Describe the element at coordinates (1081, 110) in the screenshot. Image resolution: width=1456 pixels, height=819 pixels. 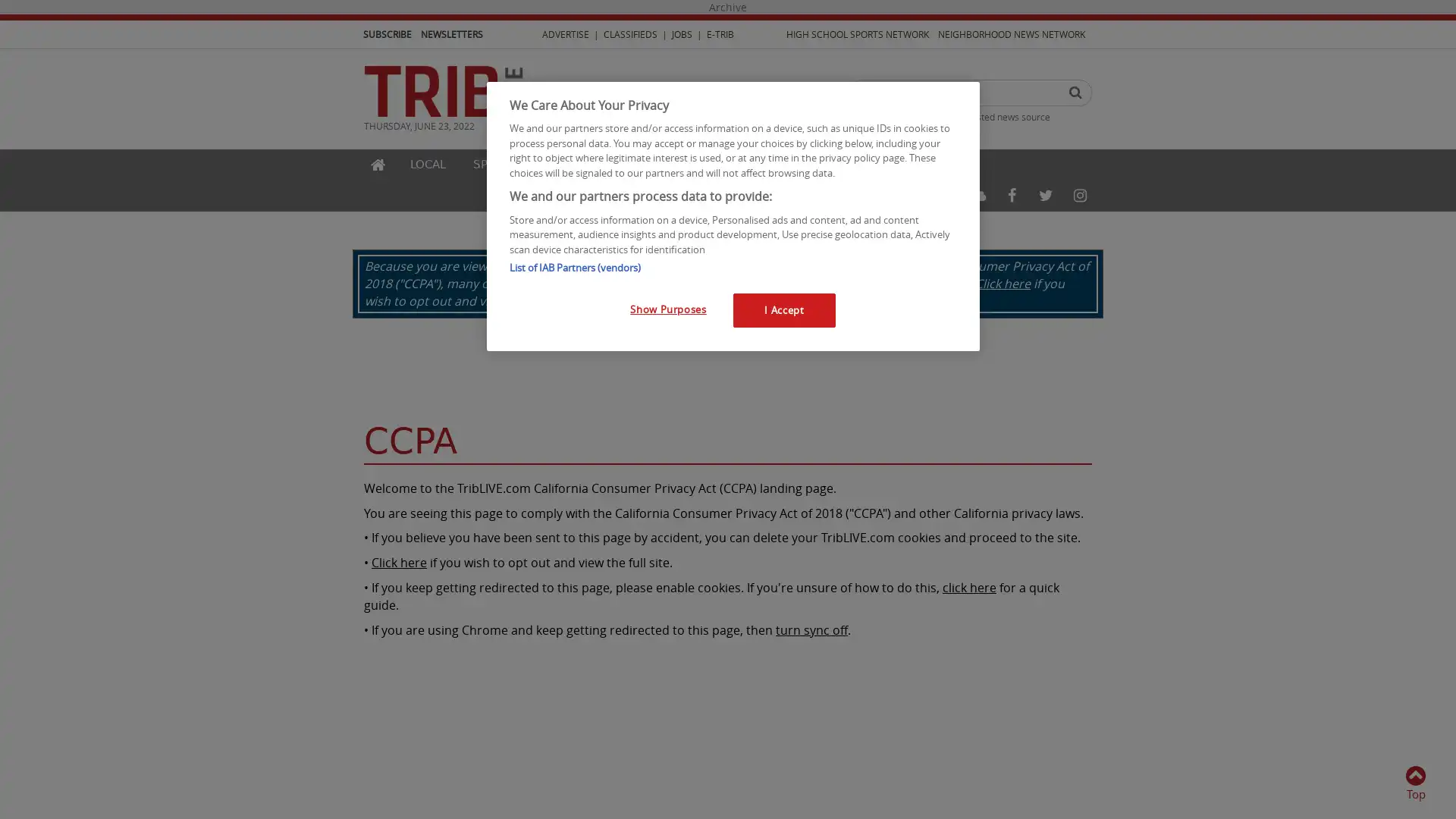
I see `Search` at that location.